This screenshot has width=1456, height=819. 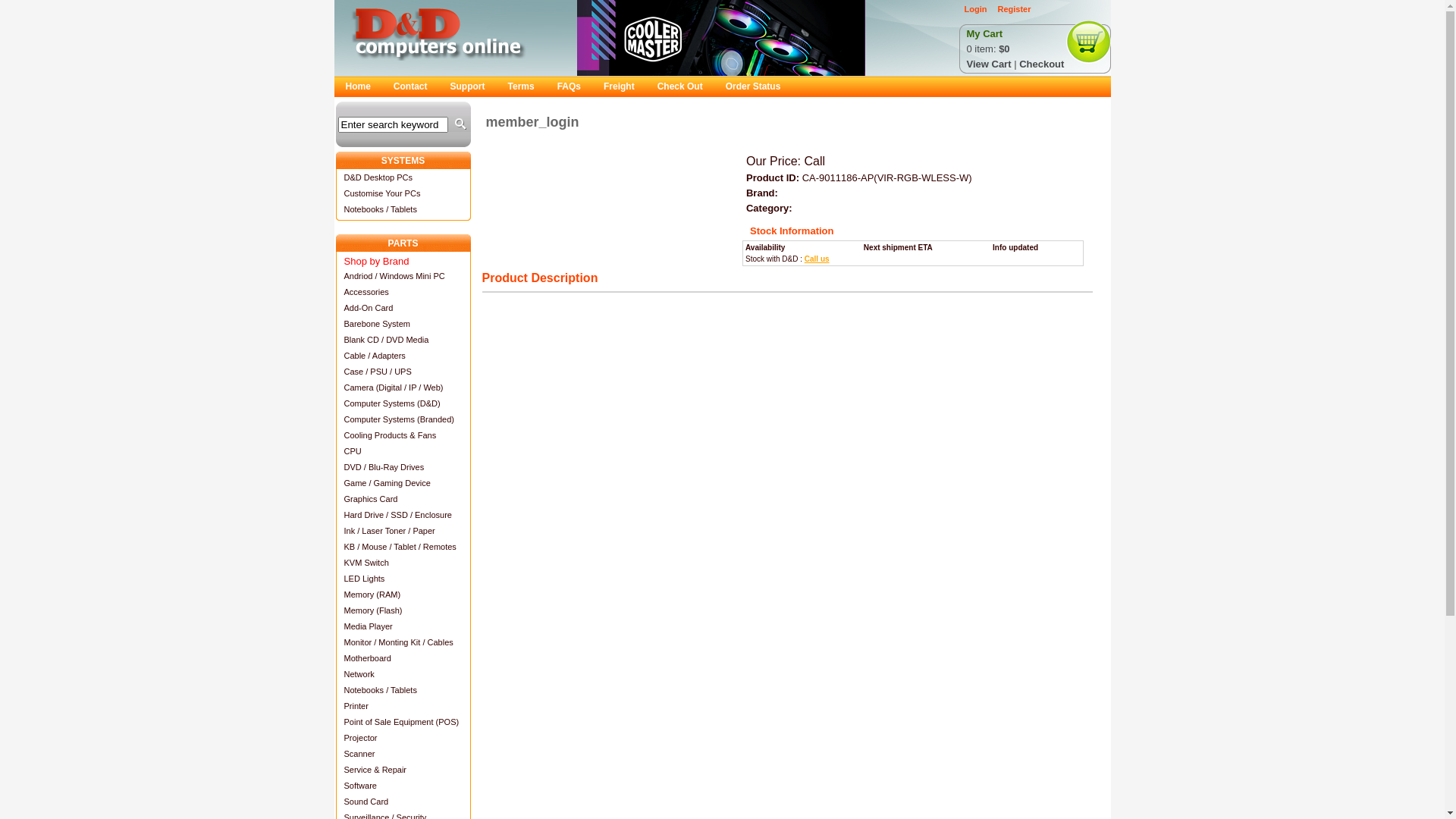 What do you see at coordinates (403, 450) in the screenshot?
I see `'CPU'` at bounding box center [403, 450].